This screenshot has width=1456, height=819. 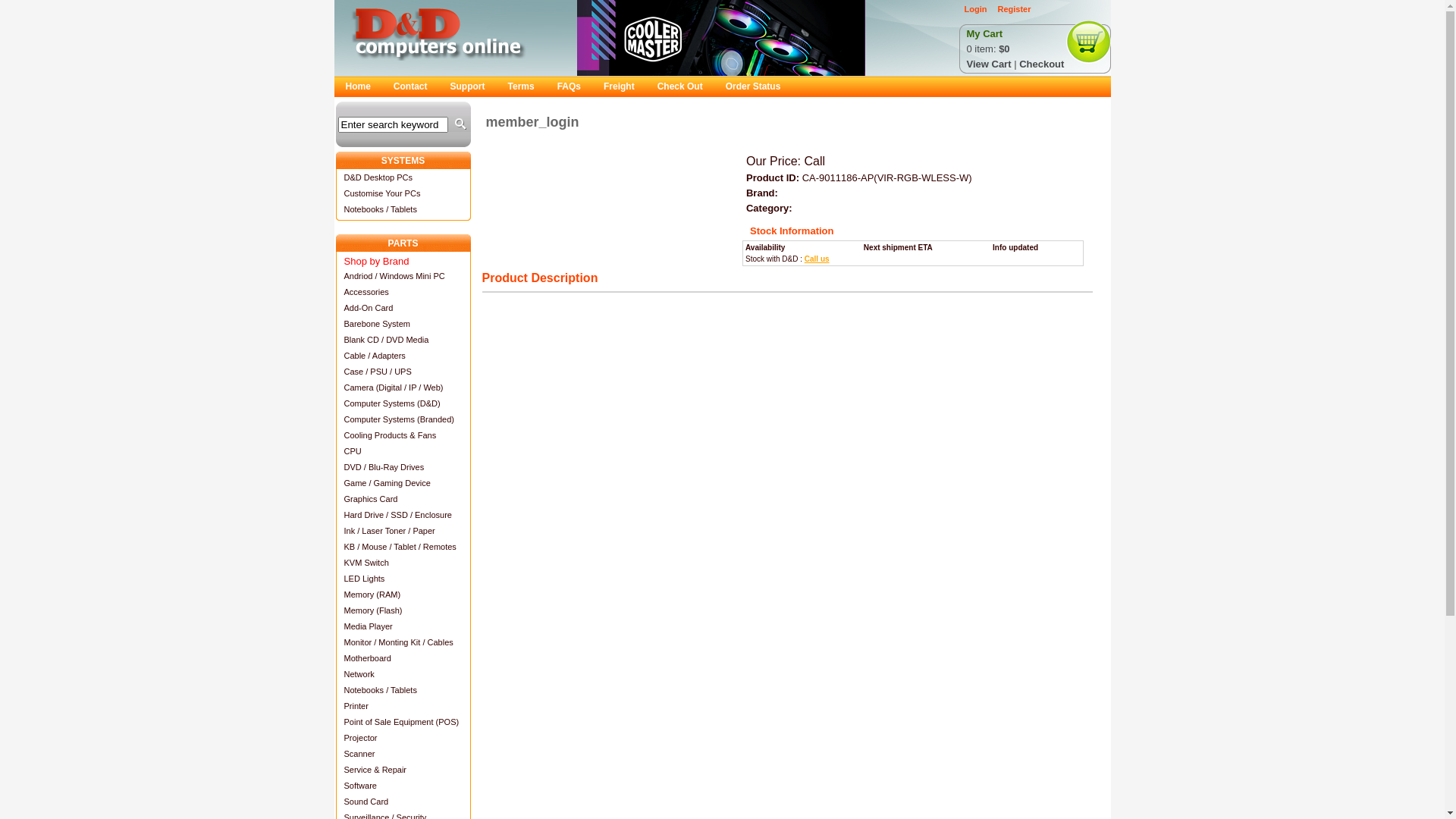 What do you see at coordinates (403, 450) in the screenshot?
I see `'CPU'` at bounding box center [403, 450].